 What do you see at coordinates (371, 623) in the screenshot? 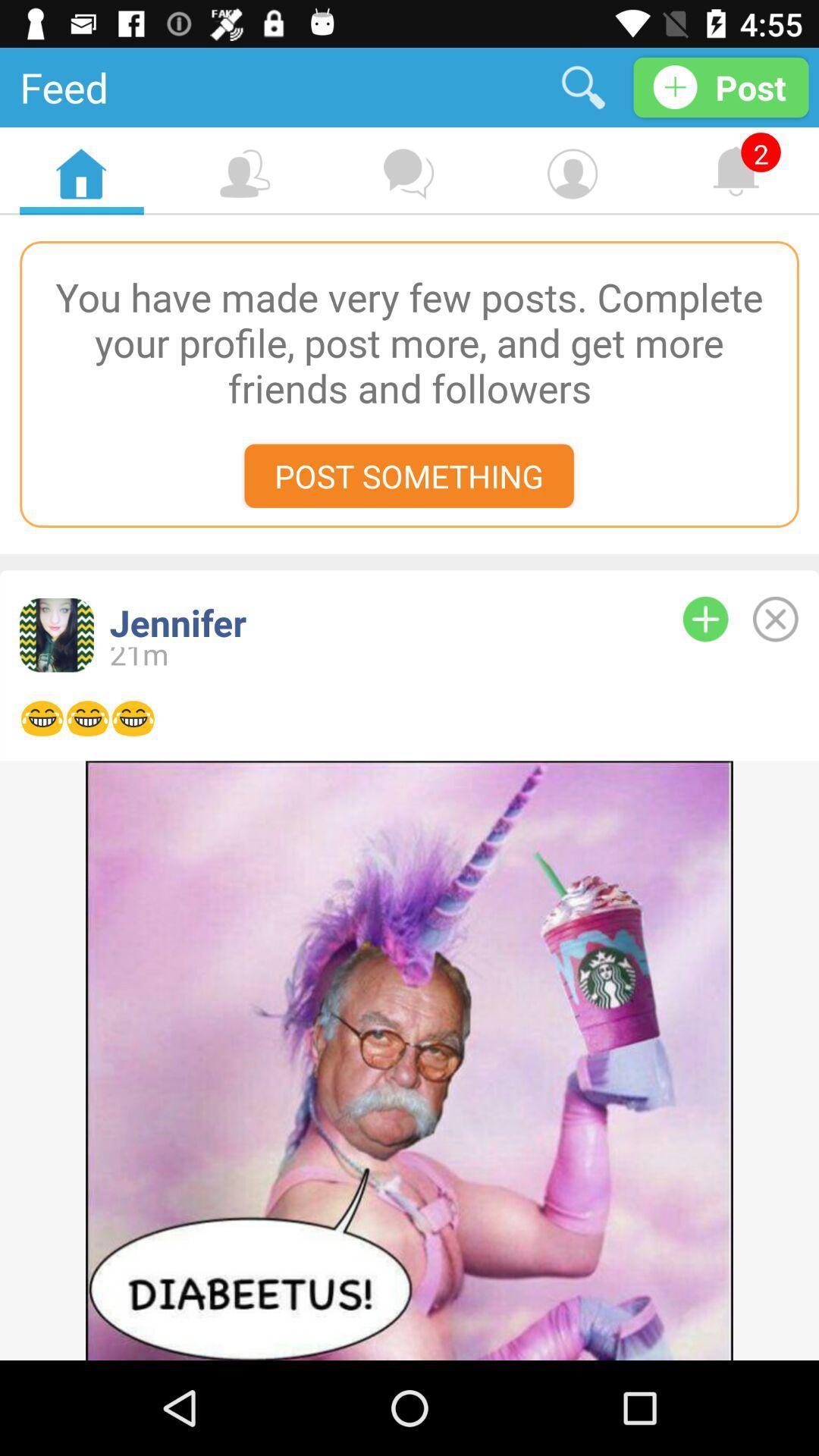
I see `jennifer` at bounding box center [371, 623].